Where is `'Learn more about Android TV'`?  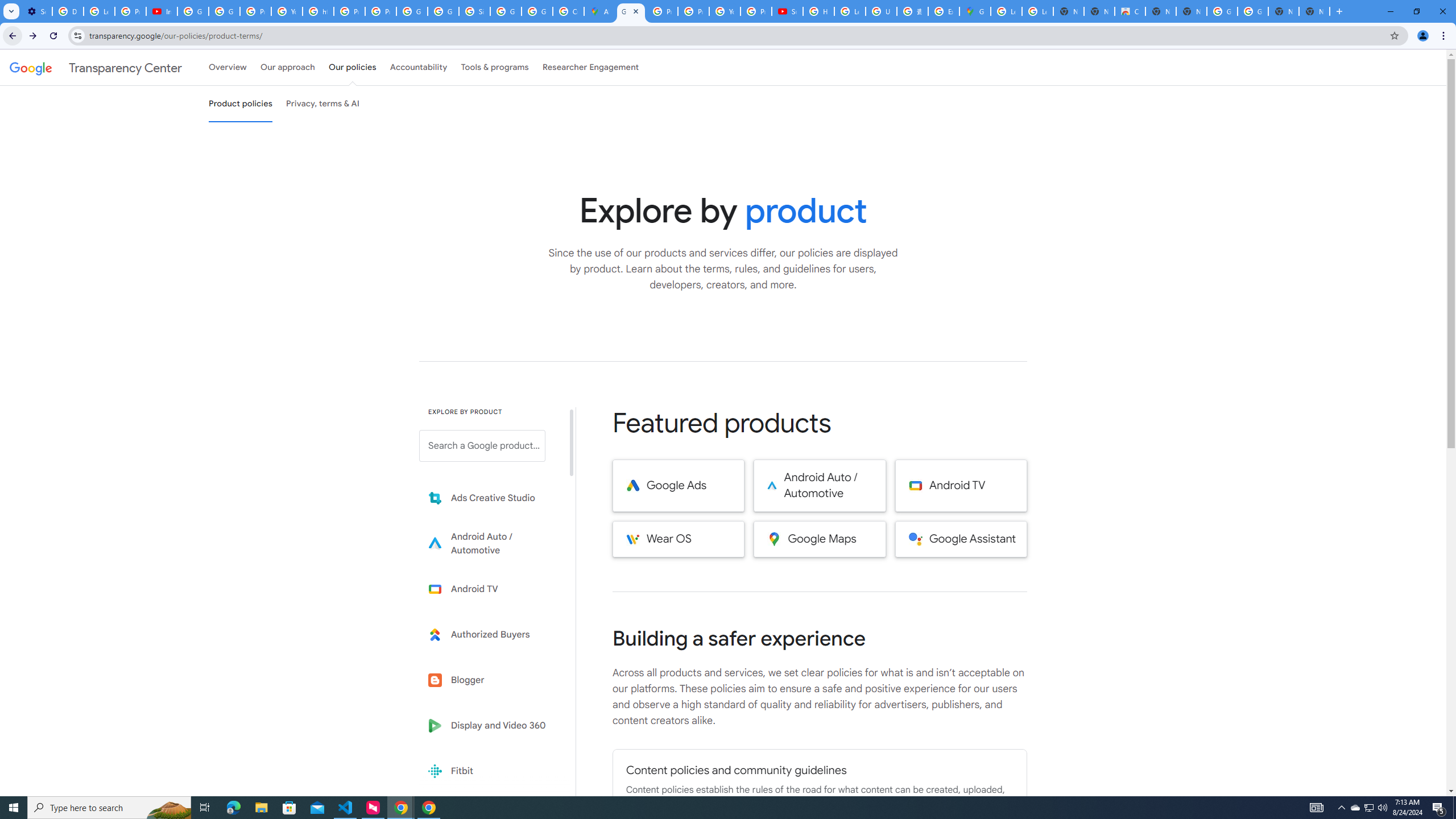 'Learn more about Android TV' is located at coordinates (490, 589).